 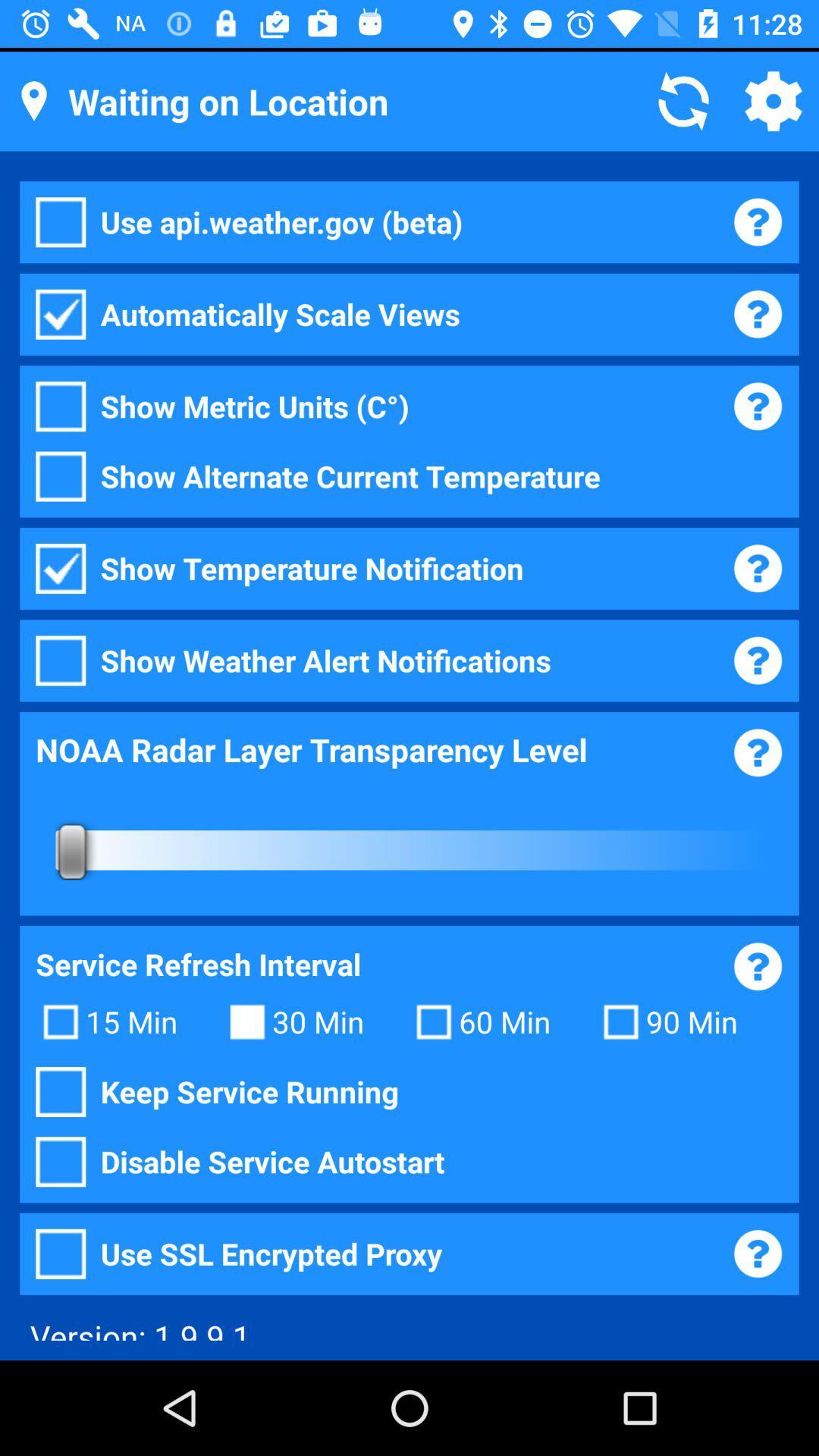 What do you see at coordinates (758, 1254) in the screenshot?
I see `the help icon` at bounding box center [758, 1254].